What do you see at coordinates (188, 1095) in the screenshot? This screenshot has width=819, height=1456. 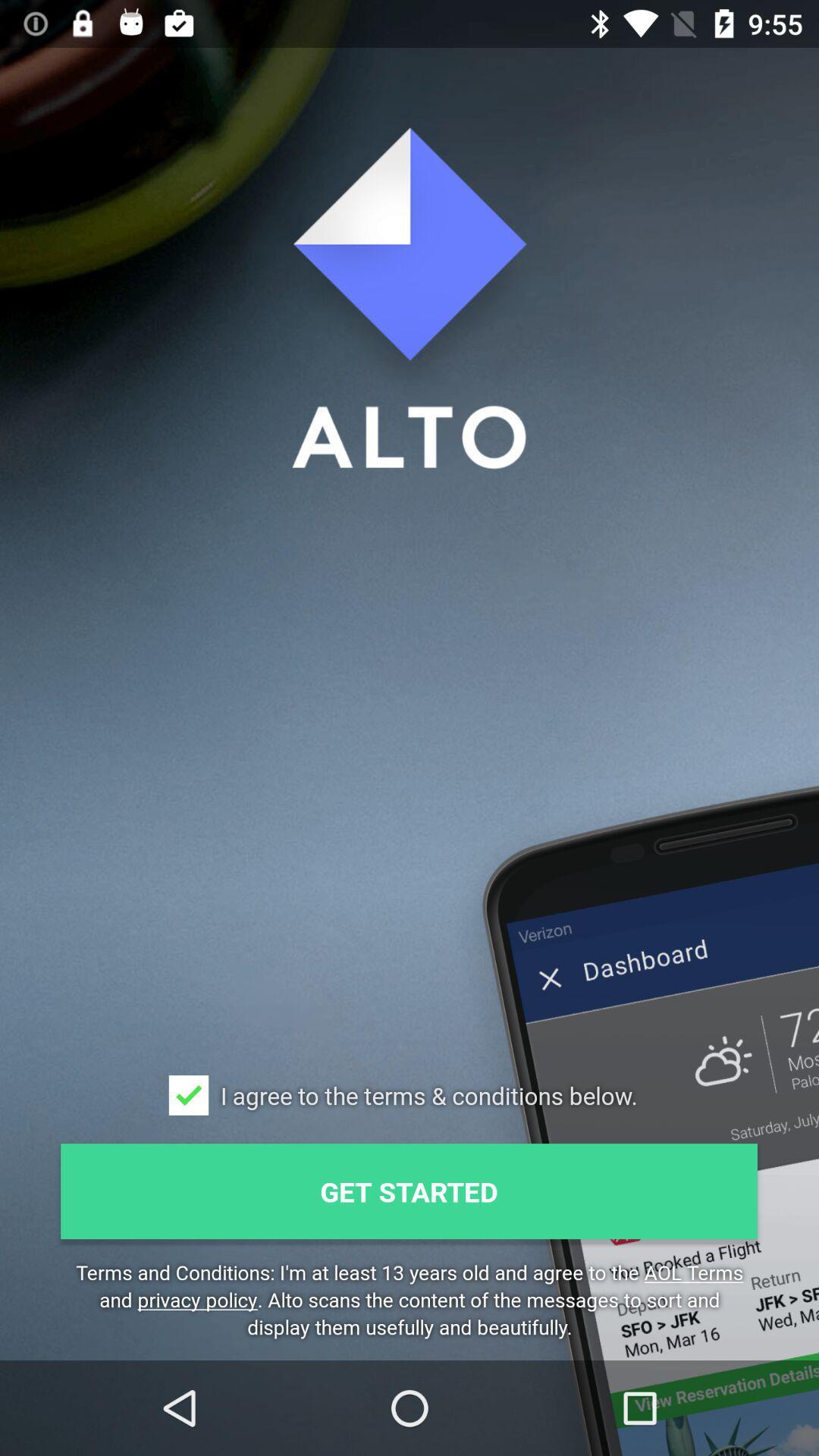 I see `the item above the get started icon` at bounding box center [188, 1095].